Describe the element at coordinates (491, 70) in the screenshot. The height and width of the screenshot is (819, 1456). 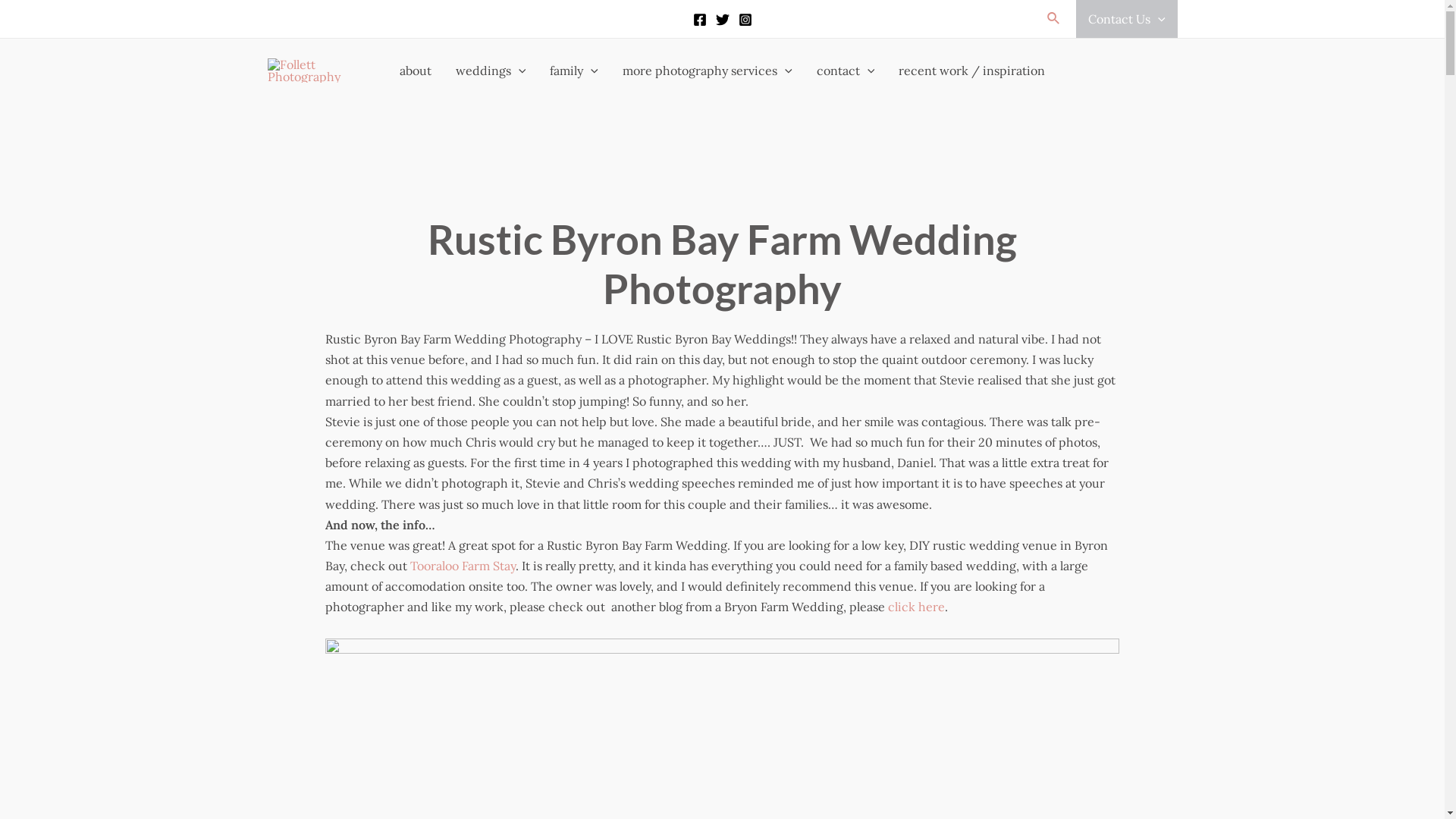
I see `'weddings'` at that location.